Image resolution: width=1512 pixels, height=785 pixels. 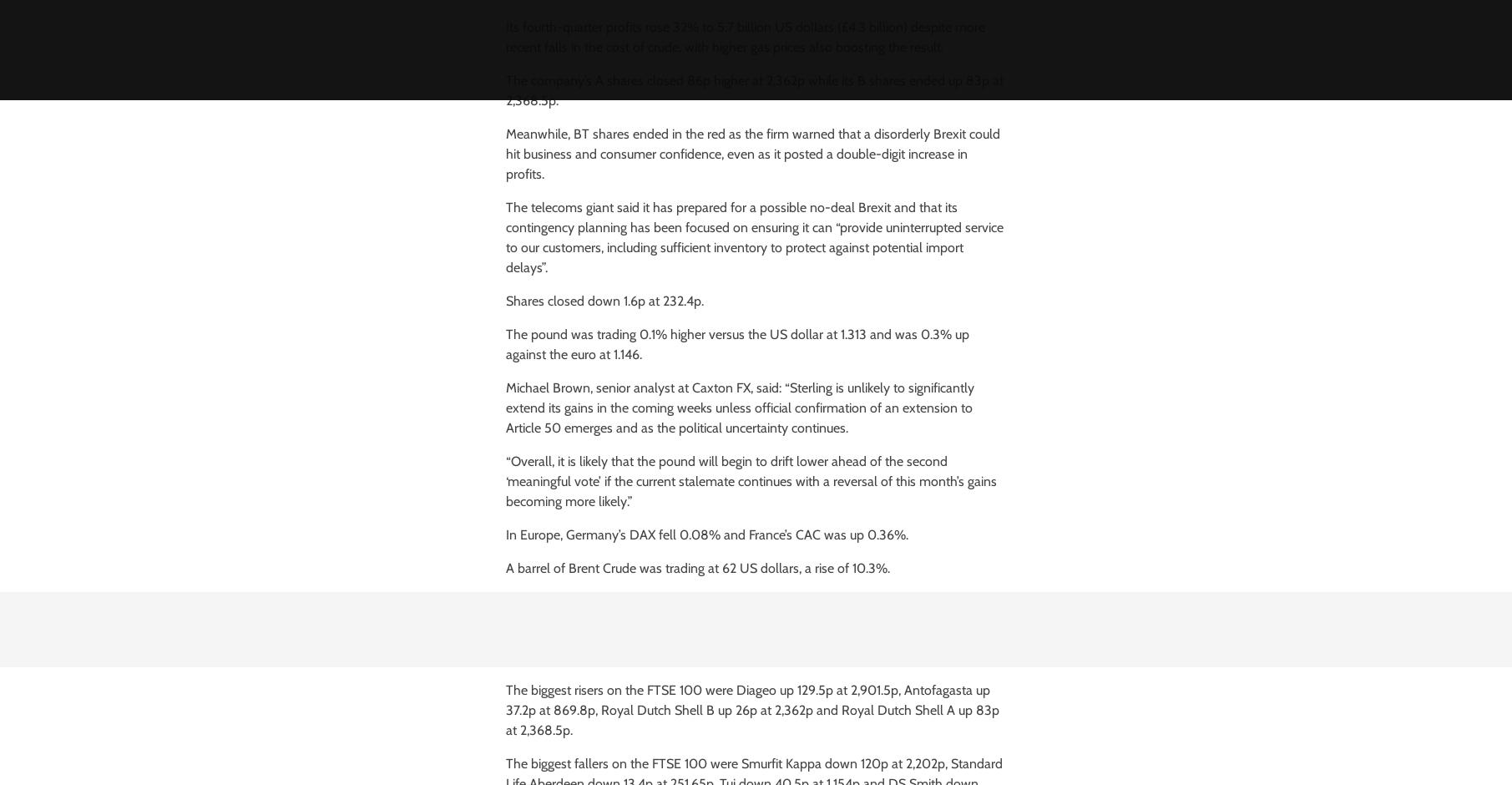 What do you see at coordinates (505, 567) in the screenshot?
I see `'A barrel of Brent Crude was trading at 62 US dollars, a rise of 10.3%.'` at bounding box center [505, 567].